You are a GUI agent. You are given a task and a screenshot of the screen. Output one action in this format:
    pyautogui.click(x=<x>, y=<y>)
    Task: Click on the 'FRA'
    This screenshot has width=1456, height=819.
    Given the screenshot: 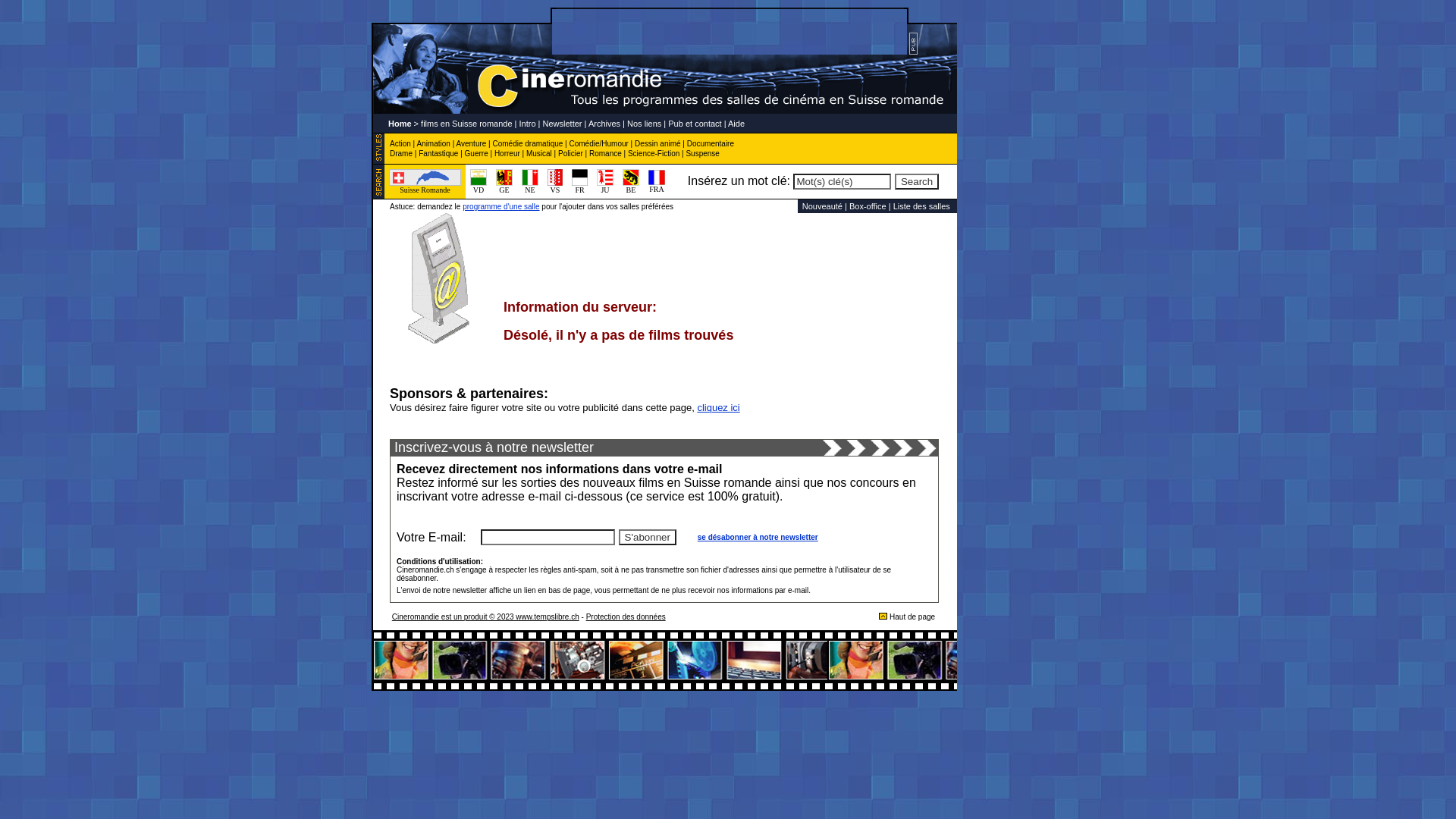 What is the action you would take?
    pyautogui.click(x=648, y=185)
    